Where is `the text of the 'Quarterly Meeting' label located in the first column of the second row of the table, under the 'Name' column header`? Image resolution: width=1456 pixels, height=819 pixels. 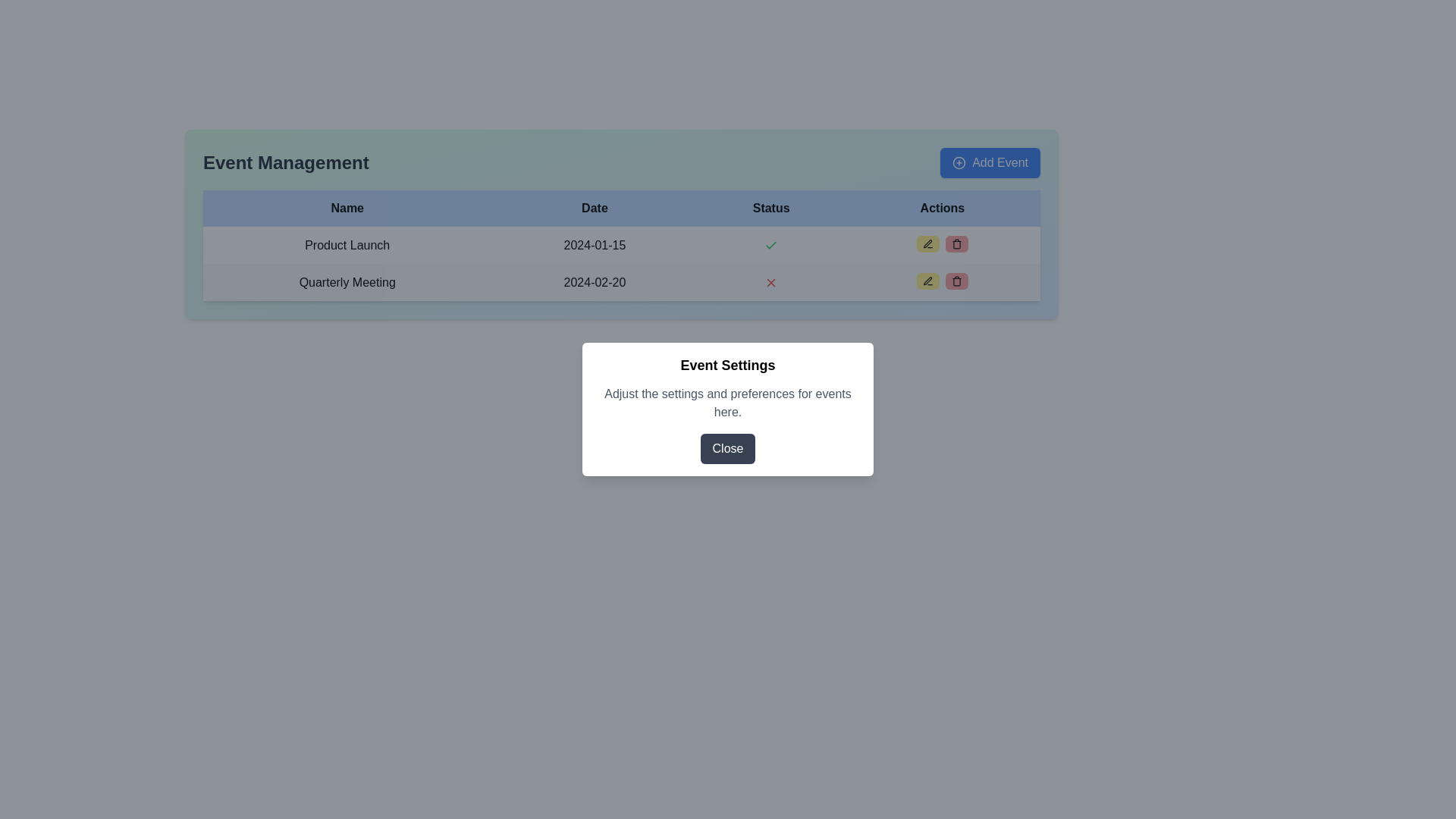 the text of the 'Quarterly Meeting' label located in the first column of the second row of the table, under the 'Name' column header is located at coordinates (347, 282).